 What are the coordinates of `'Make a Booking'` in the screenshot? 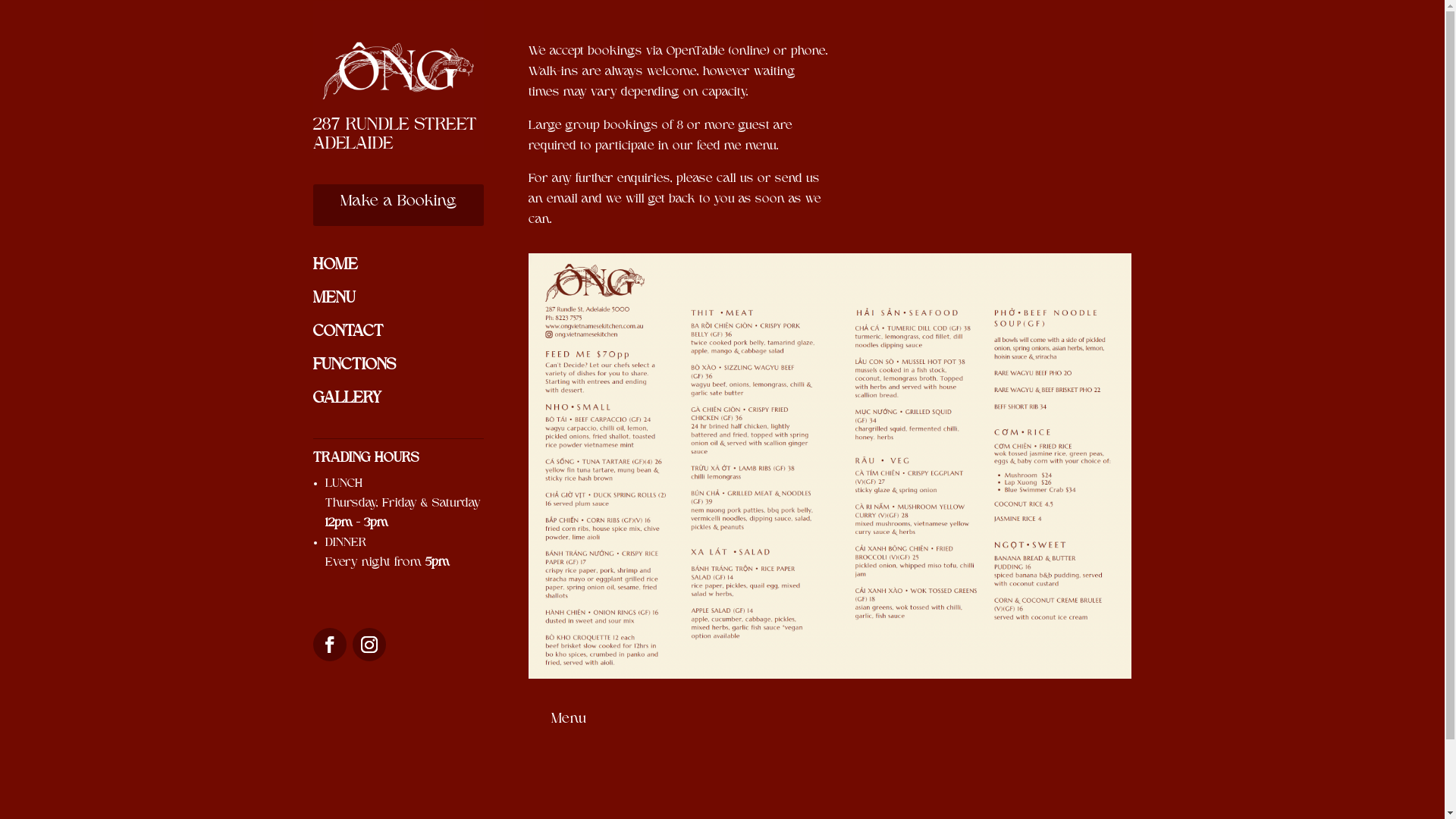 It's located at (397, 205).